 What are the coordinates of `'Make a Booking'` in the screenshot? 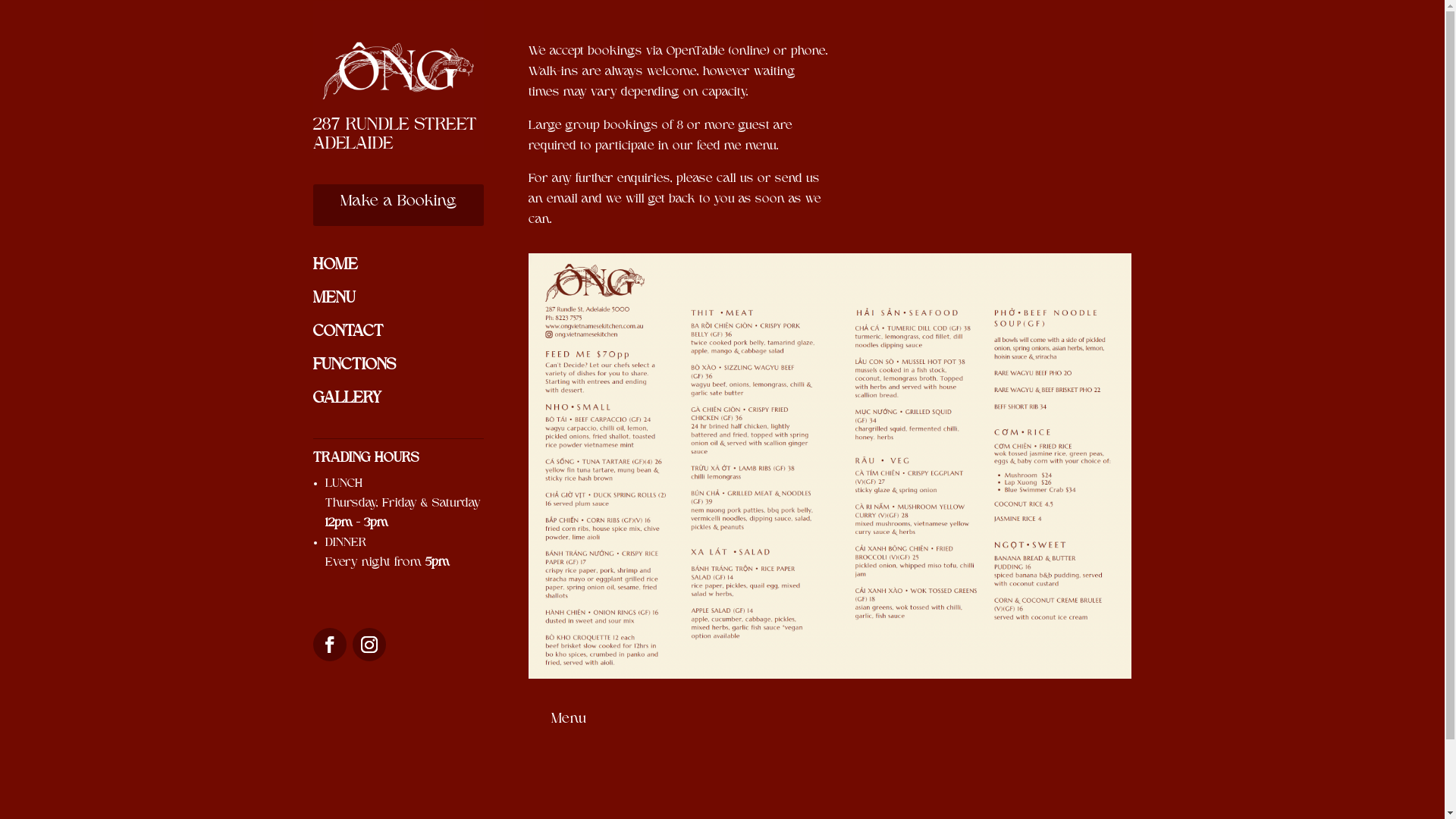 It's located at (397, 205).